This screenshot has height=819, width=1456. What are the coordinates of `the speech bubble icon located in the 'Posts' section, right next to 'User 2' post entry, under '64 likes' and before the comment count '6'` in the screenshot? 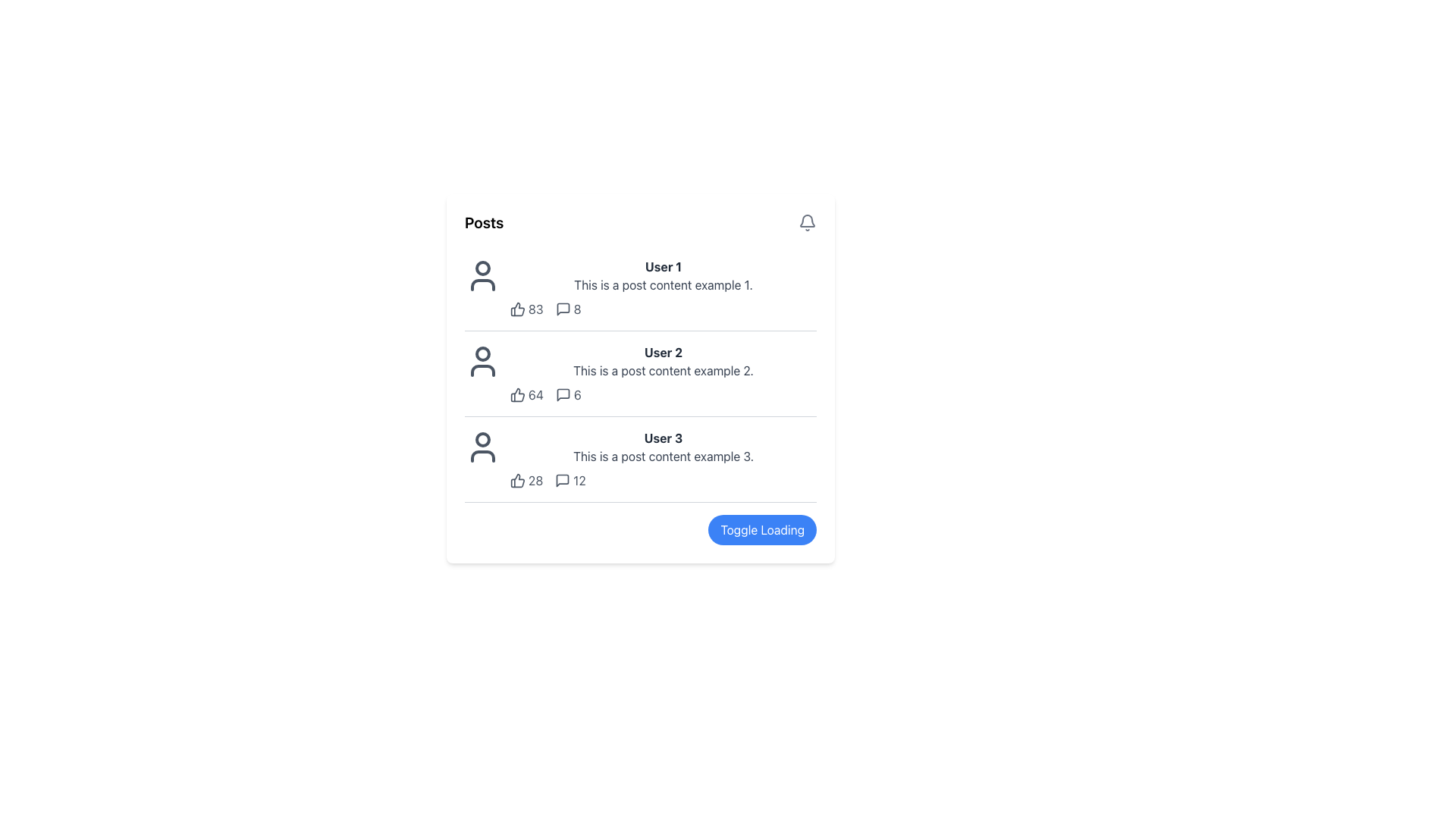 It's located at (562, 394).